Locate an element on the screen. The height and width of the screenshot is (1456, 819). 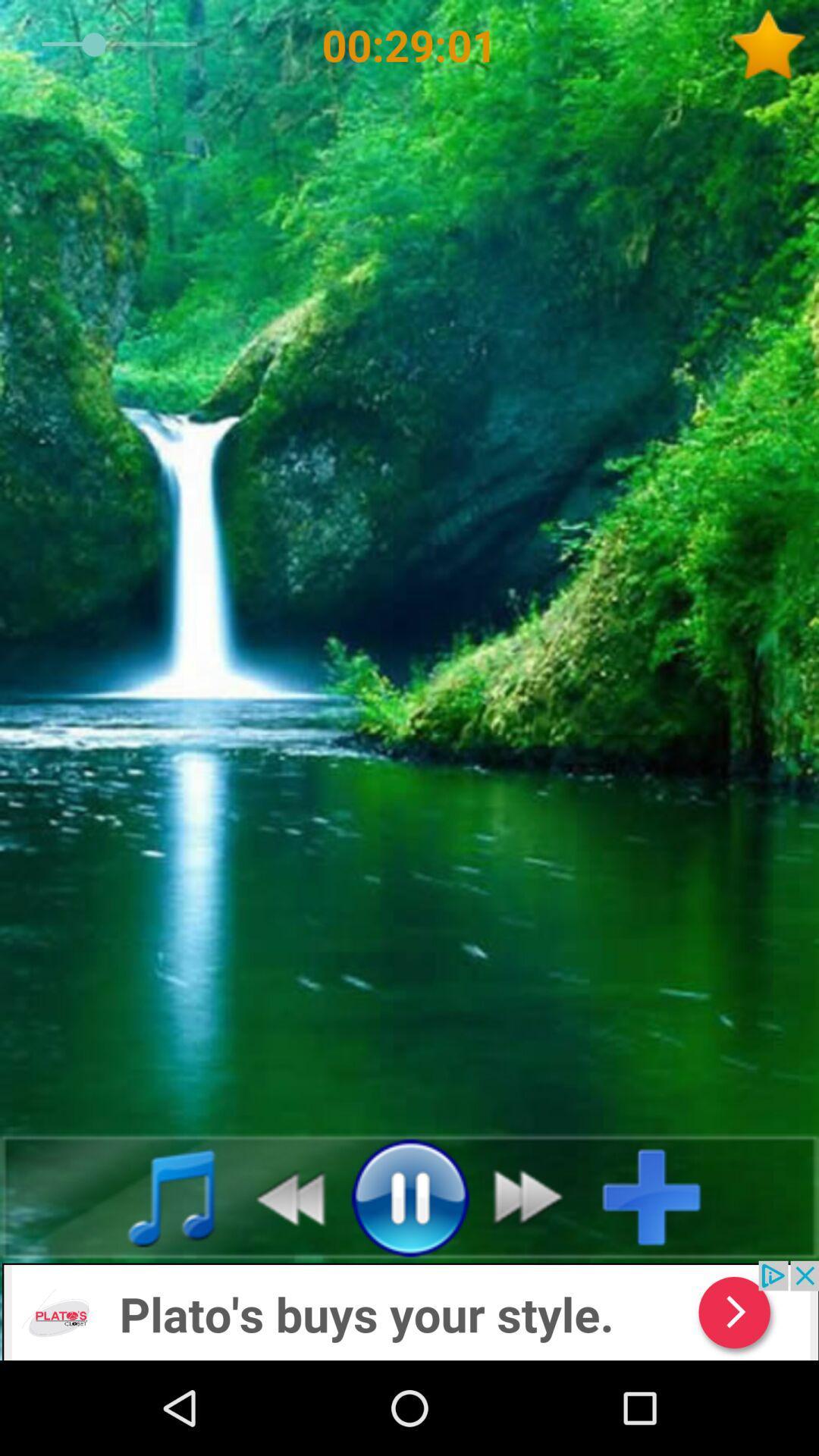
music is located at coordinates (155, 1196).